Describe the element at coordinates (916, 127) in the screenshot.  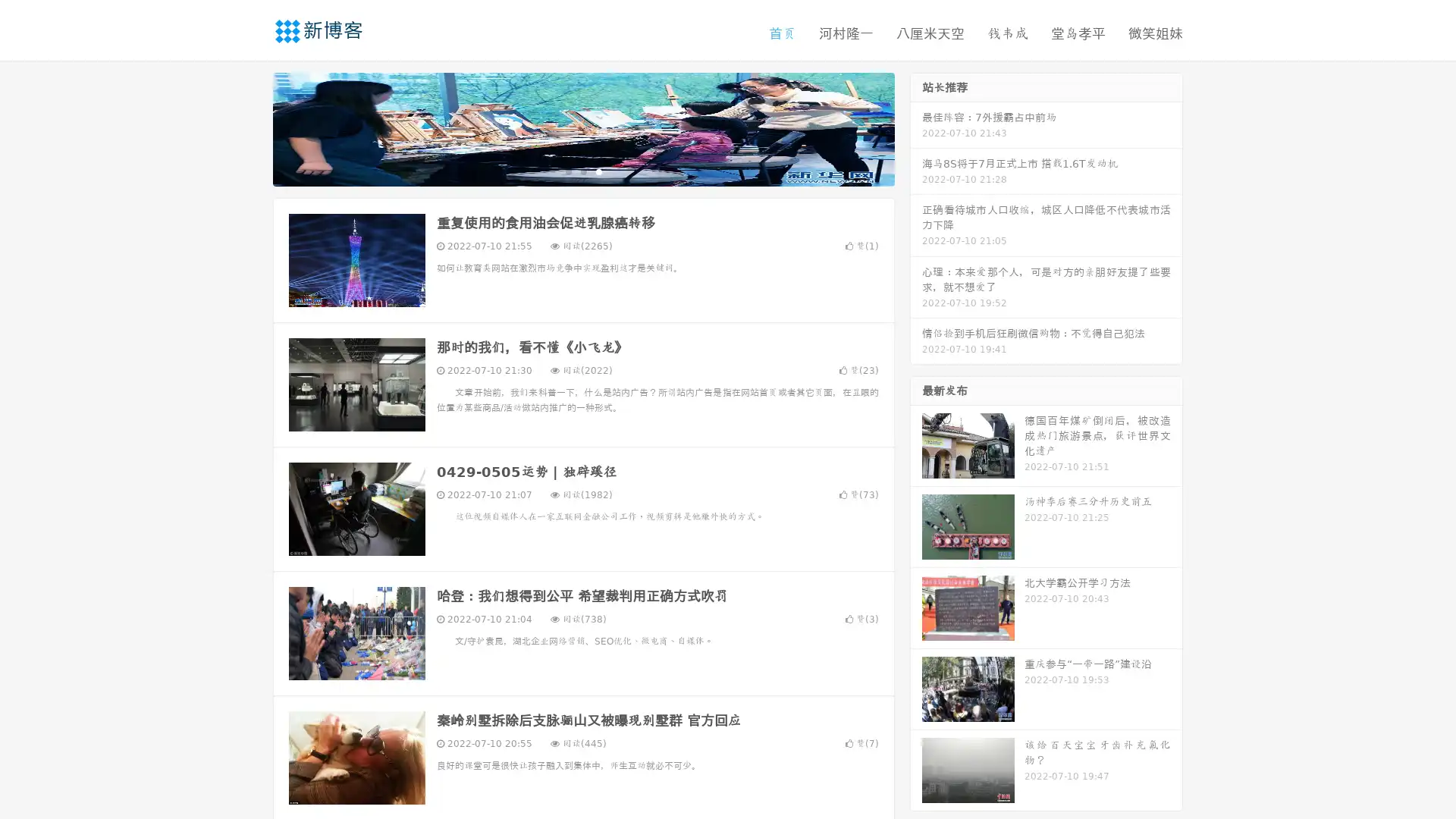
I see `Next slide` at that location.